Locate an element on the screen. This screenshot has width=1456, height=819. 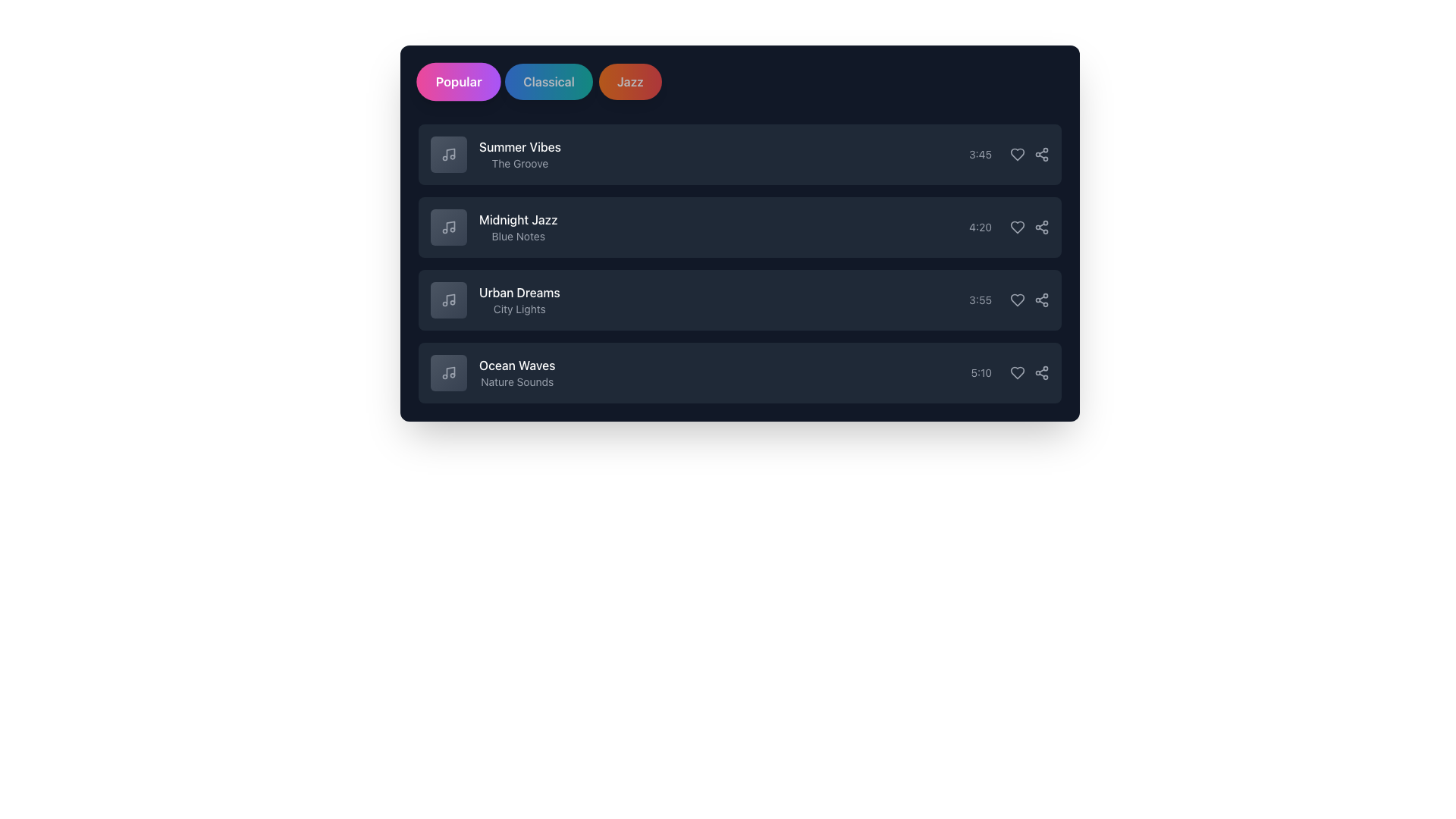
the text label displaying the time '4:20' in a gray font, located in the second track's row, on the right side adjacent to interactive icons is located at coordinates (981, 227).